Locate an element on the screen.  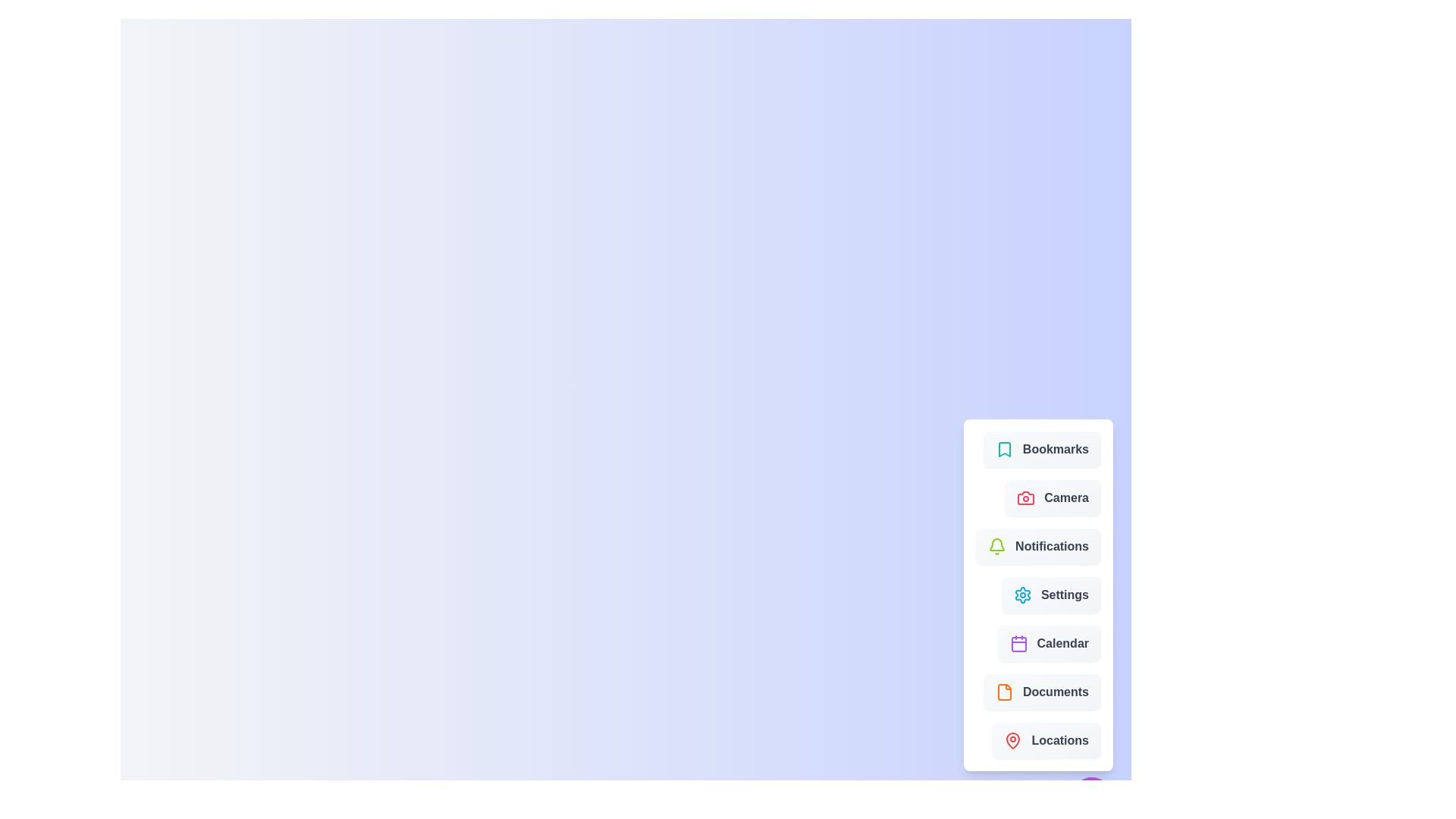
the menu item labeled 'Documents' to see its visual feedback is located at coordinates (1040, 692).